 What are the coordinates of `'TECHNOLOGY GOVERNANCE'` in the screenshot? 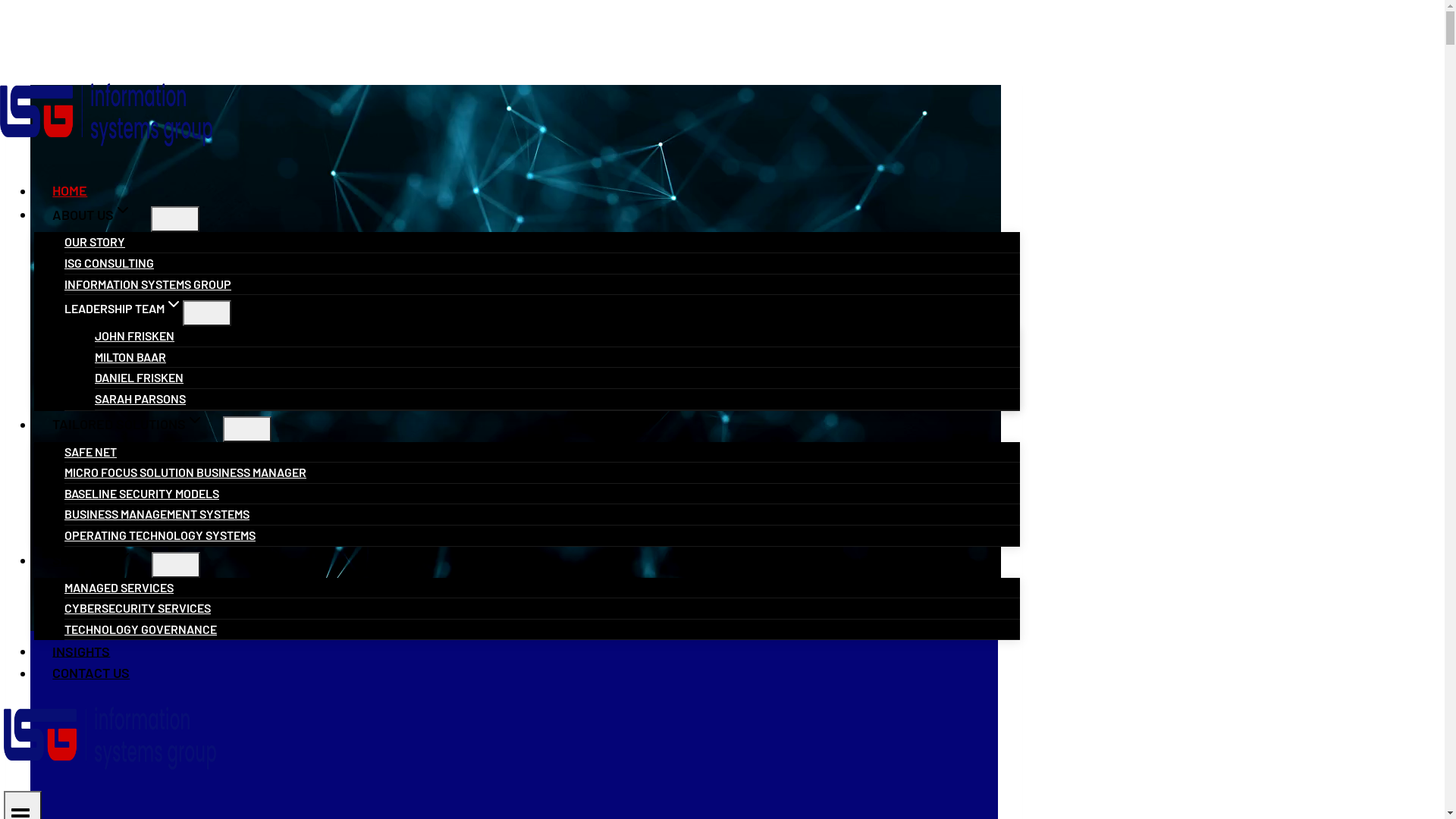 It's located at (64, 629).